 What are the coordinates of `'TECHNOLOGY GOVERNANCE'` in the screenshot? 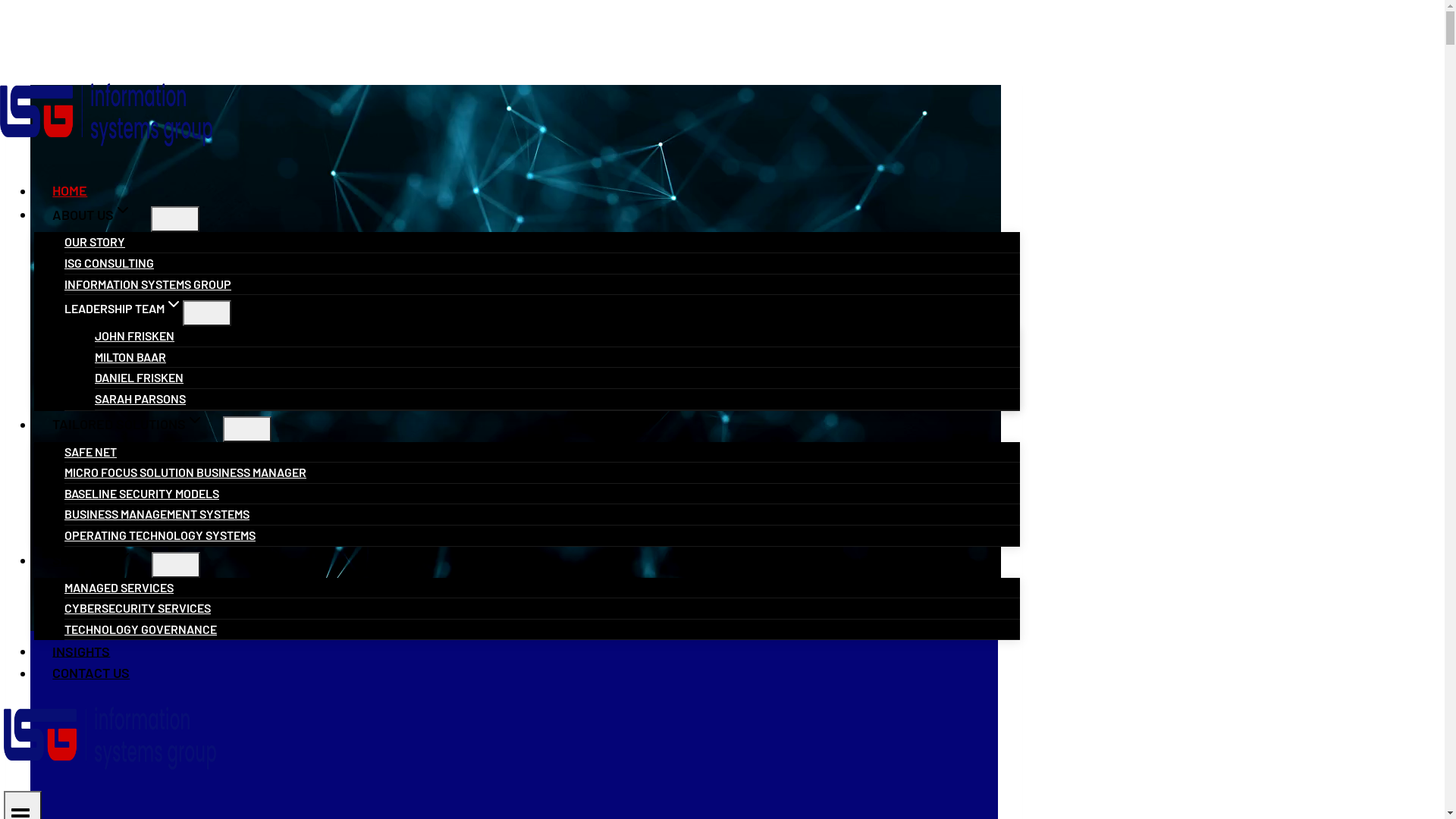 It's located at (64, 629).